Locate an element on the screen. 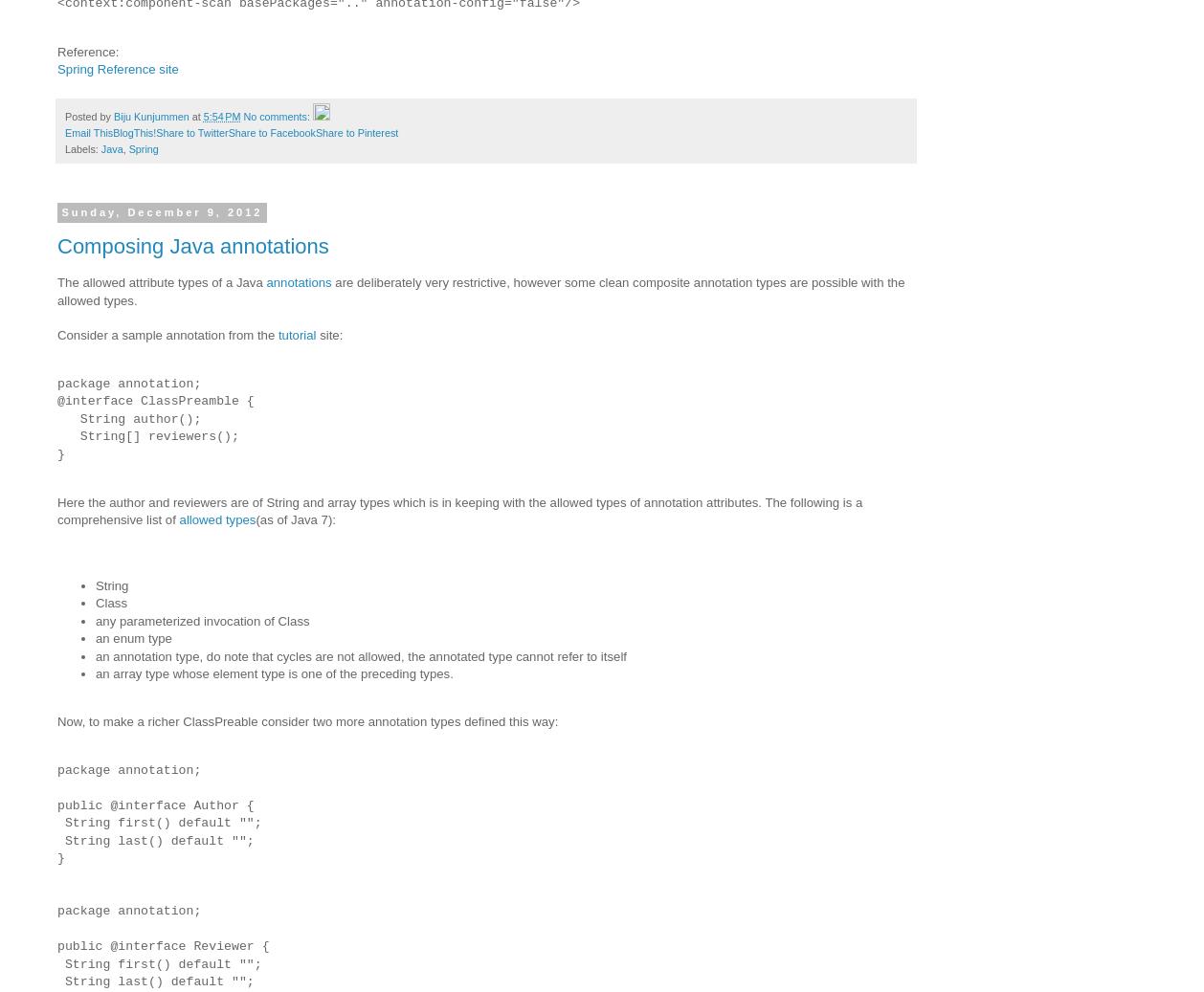  'Consider a sample annotation from the' is located at coordinates (167, 334).